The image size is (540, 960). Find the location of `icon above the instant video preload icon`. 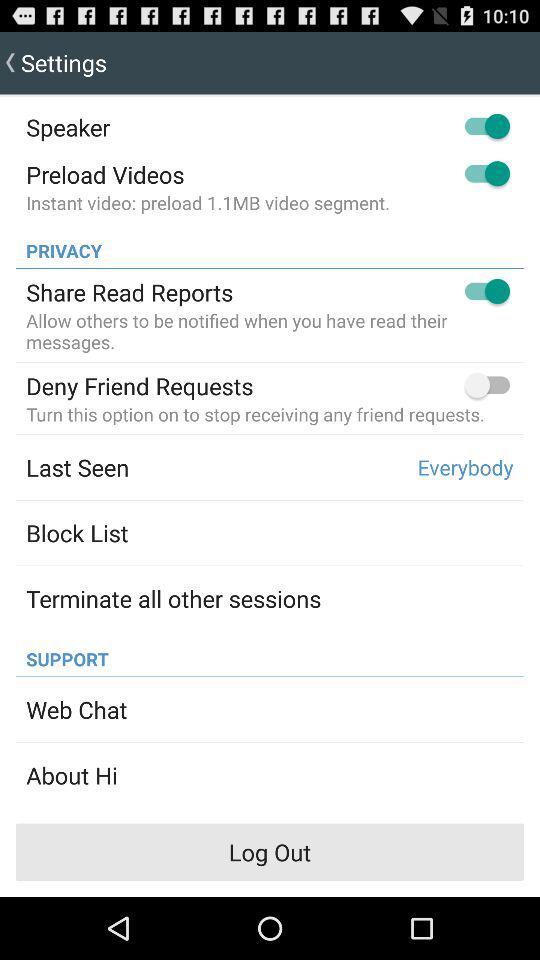

icon above the instant video preload icon is located at coordinates (105, 173).